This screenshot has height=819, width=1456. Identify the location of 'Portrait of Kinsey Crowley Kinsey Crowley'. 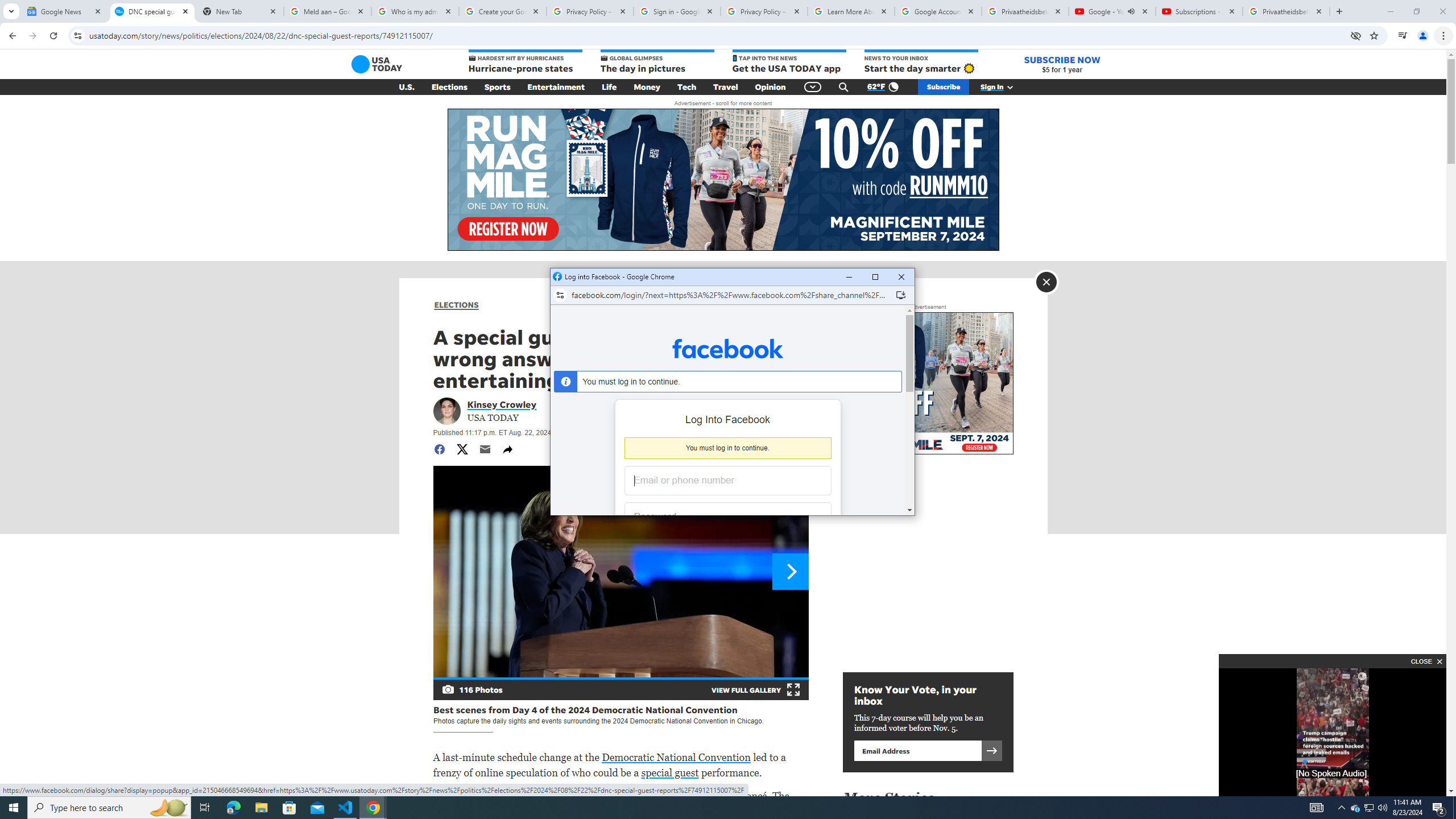
(502, 404).